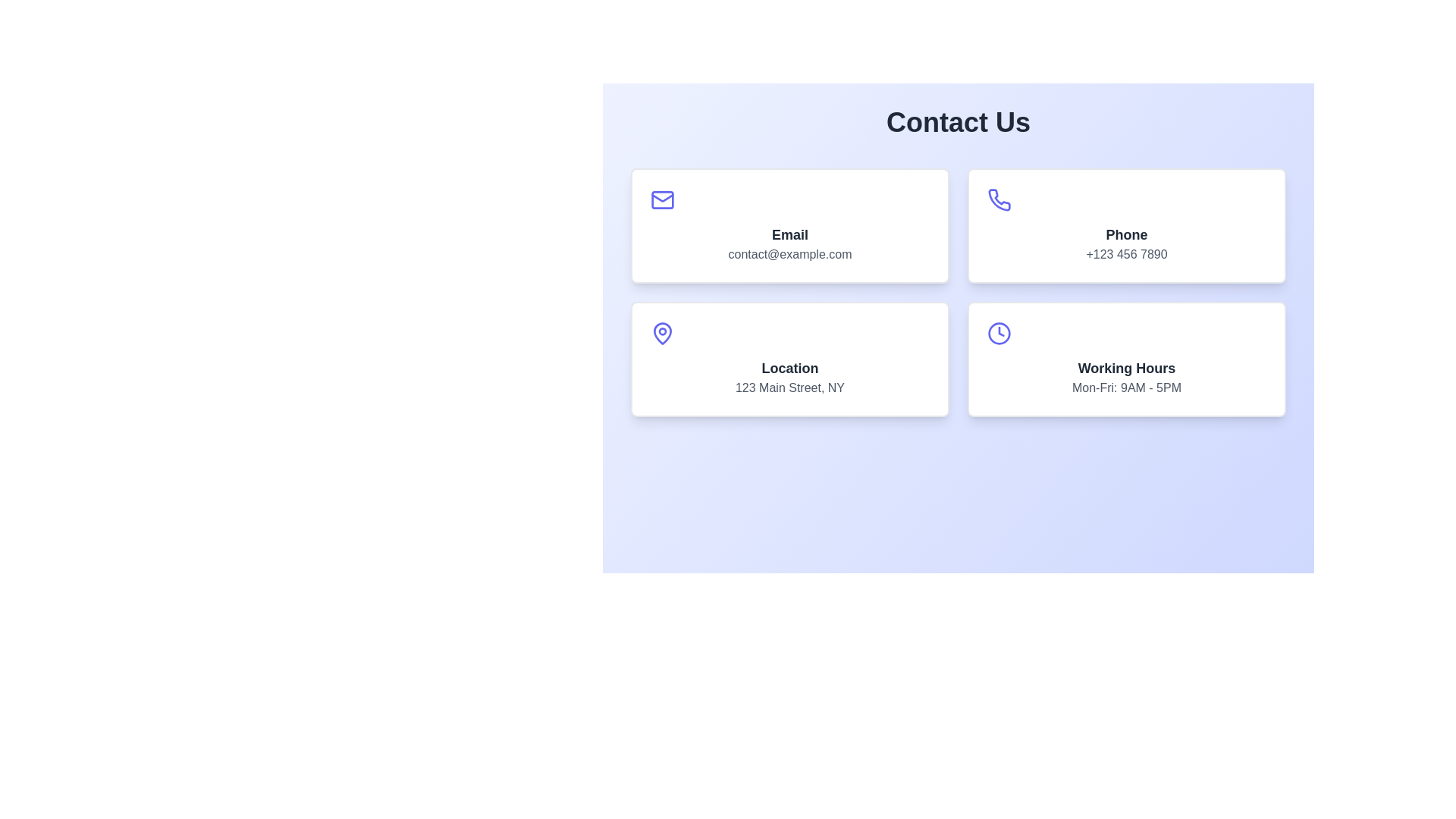 The height and width of the screenshot is (819, 1456). Describe the element at coordinates (999, 199) in the screenshot. I see `the phone call icon located at the top-left corner of the 'Phone' section within the 'Contact Us' card layout, which is positioned above the text 'Phone' and to the left of '+123 456 7890'` at that location.